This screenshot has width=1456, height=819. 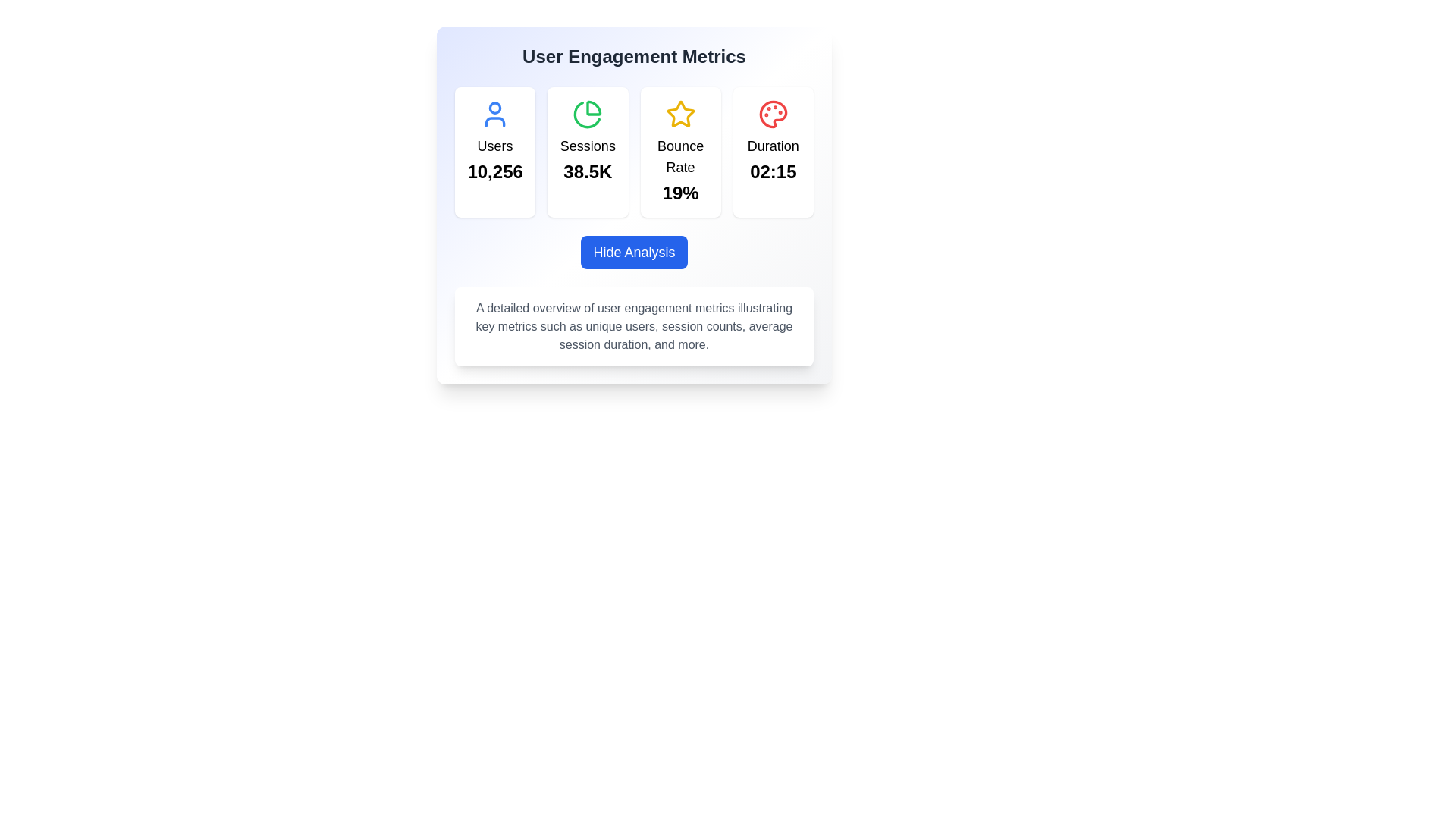 I want to click on the card element displaying a golden star icon and the label 'Bounce Rate' with the percentage value '19%', which is located third in a sequence of four cards, so click(x=679, y=152).